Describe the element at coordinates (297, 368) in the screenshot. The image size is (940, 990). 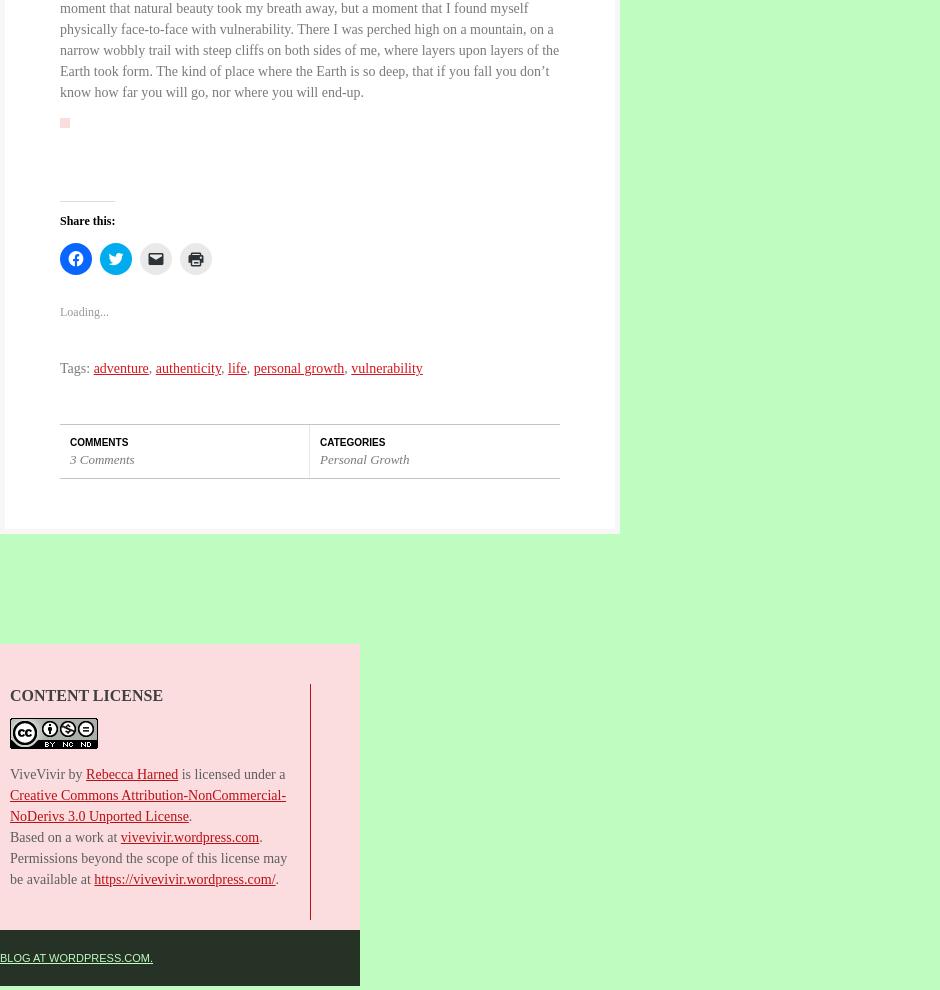
I see `'personal growth'` at that location.